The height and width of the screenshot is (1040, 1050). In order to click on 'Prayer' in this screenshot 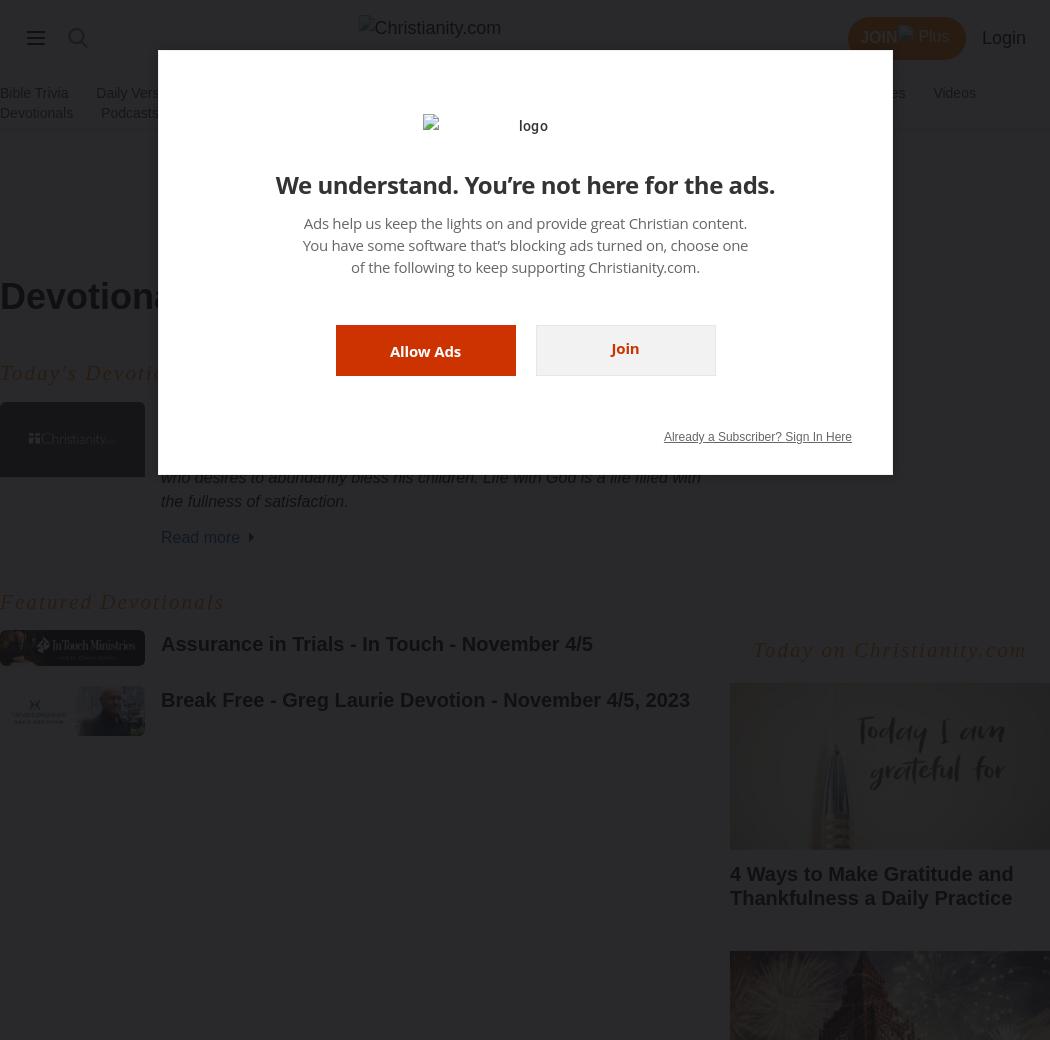, I will do `click(379, 91)`.